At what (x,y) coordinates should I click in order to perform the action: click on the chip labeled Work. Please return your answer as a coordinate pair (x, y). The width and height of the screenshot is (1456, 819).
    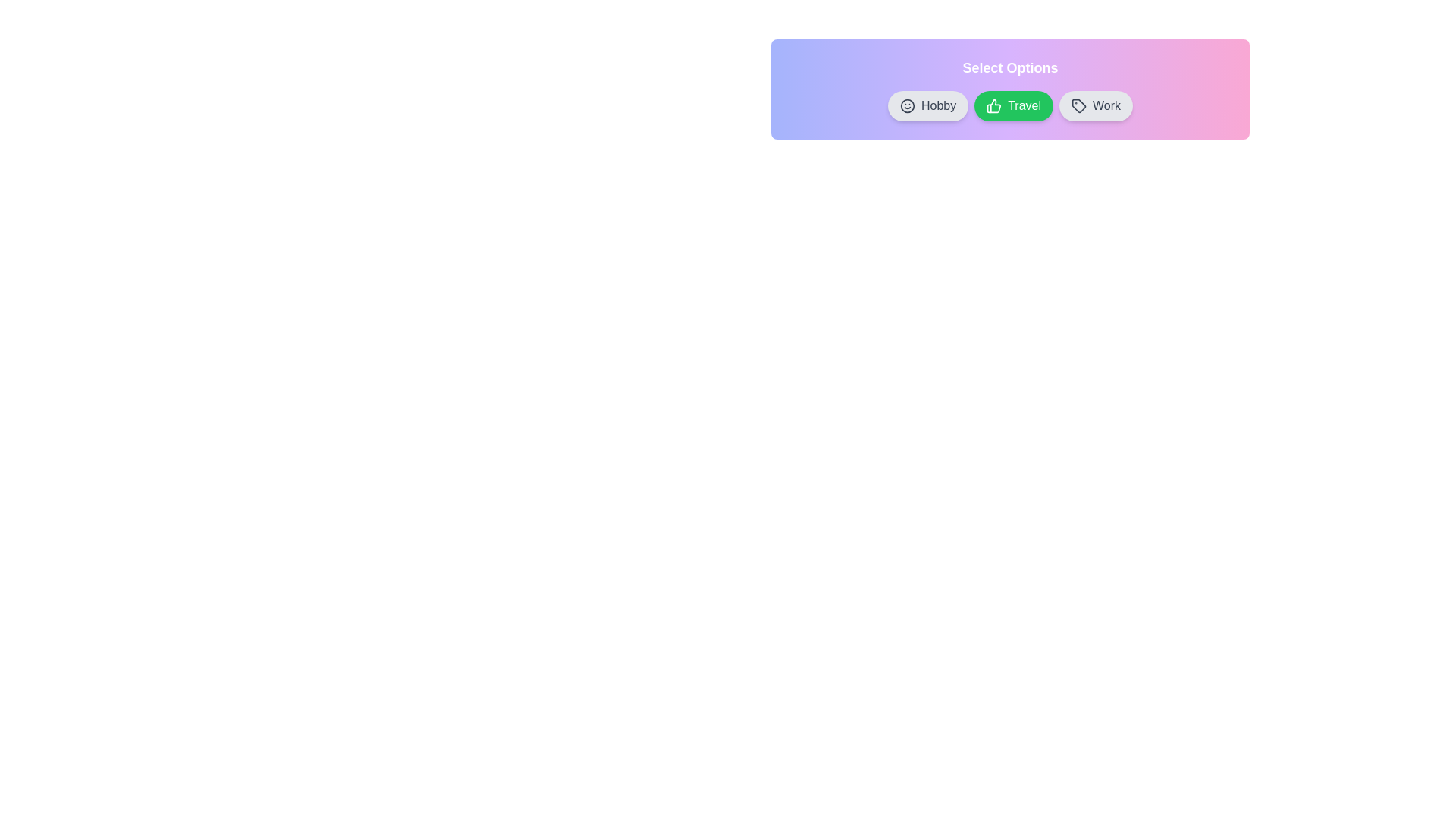
    Looking at the image, I should click on (1096, 105).